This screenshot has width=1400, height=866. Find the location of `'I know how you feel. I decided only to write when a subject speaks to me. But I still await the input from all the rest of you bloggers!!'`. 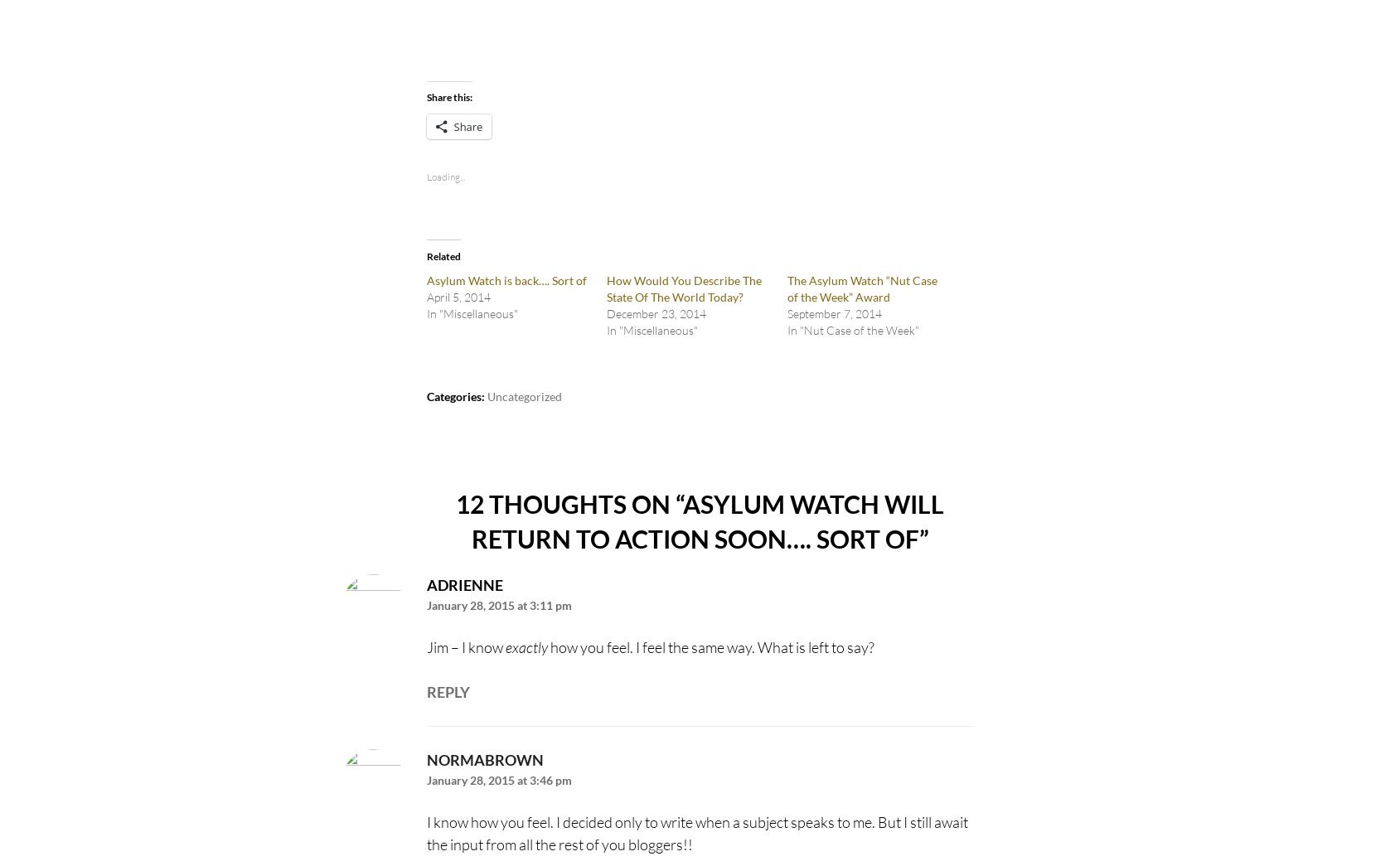

'I know how you feel. I decided only to write when a subject speaks to me. But I still await the input from all the rest of you bloggers!!' is located at coordinates (695, 833).